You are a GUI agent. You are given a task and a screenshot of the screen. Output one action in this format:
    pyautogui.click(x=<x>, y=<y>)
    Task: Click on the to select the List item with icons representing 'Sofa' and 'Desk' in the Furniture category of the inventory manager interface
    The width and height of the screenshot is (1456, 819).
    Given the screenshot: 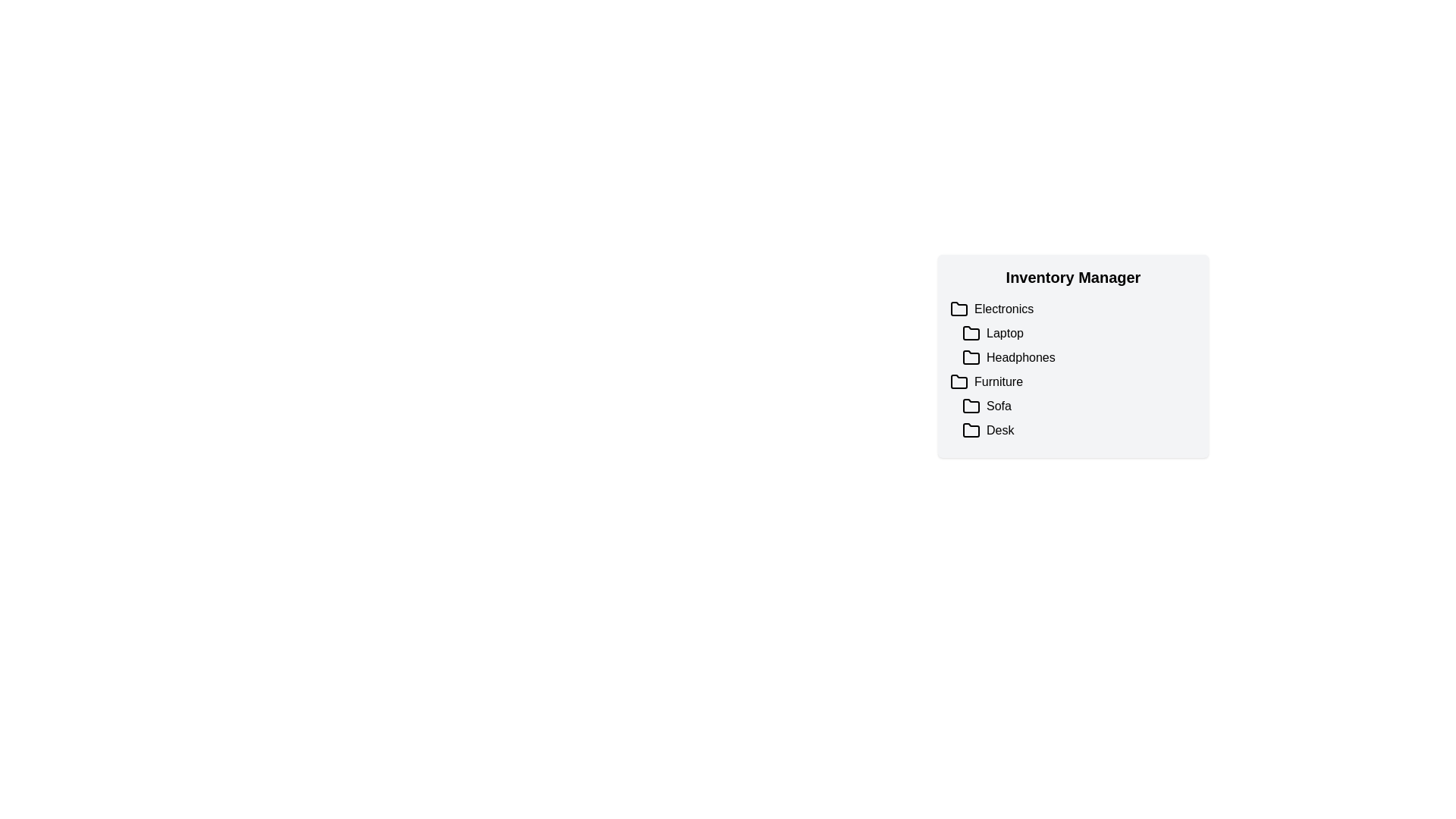 What is the action you would take?
    pyautogui.click(x=1078, y=418)
    